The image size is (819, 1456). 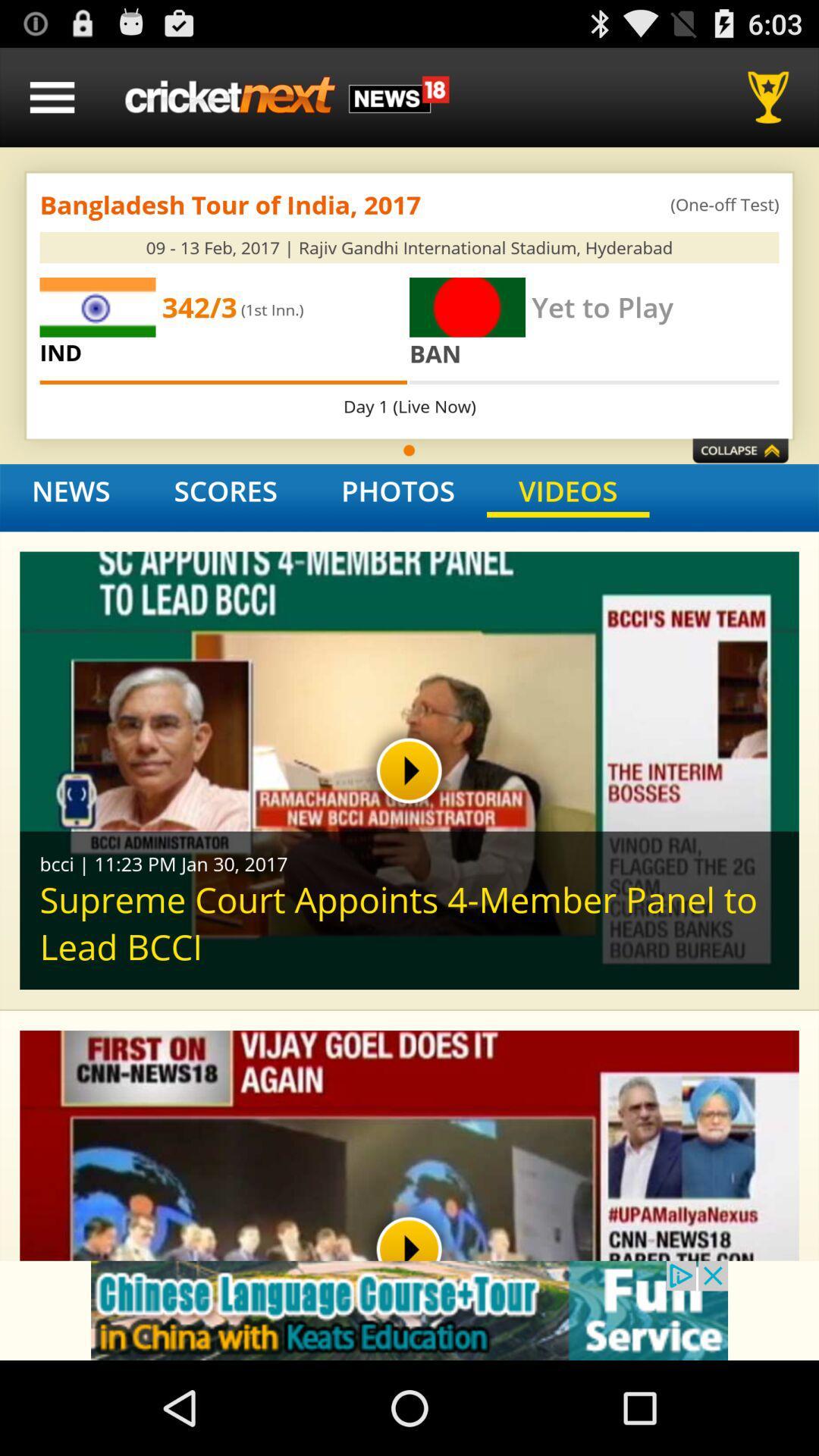 What do you see at coordinates (287, 96) in the screenshot?
I see `refresh homepage` at bounding box center [287, 96].